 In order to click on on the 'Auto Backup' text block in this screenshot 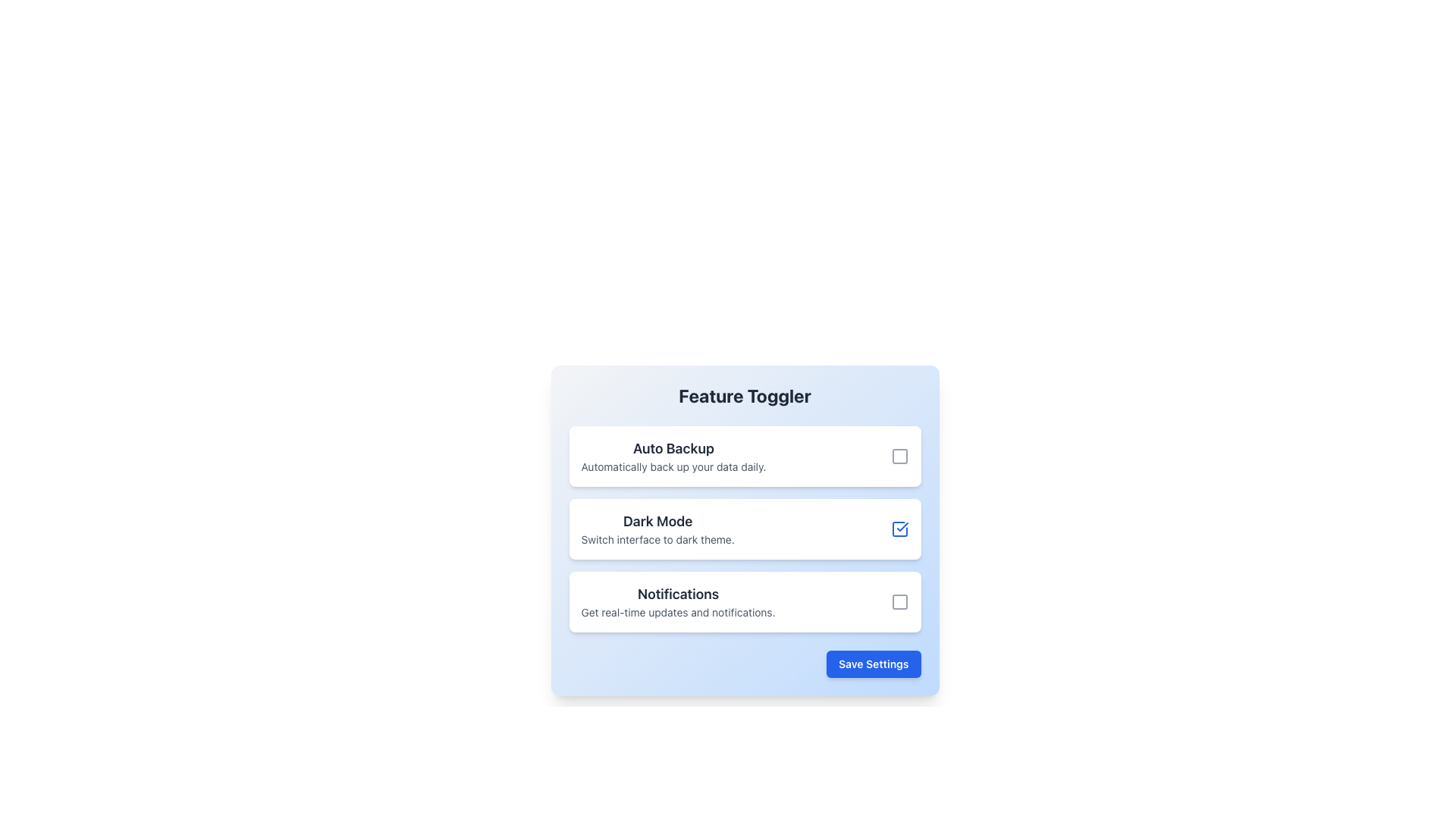, I will do `click(673, 455)`.